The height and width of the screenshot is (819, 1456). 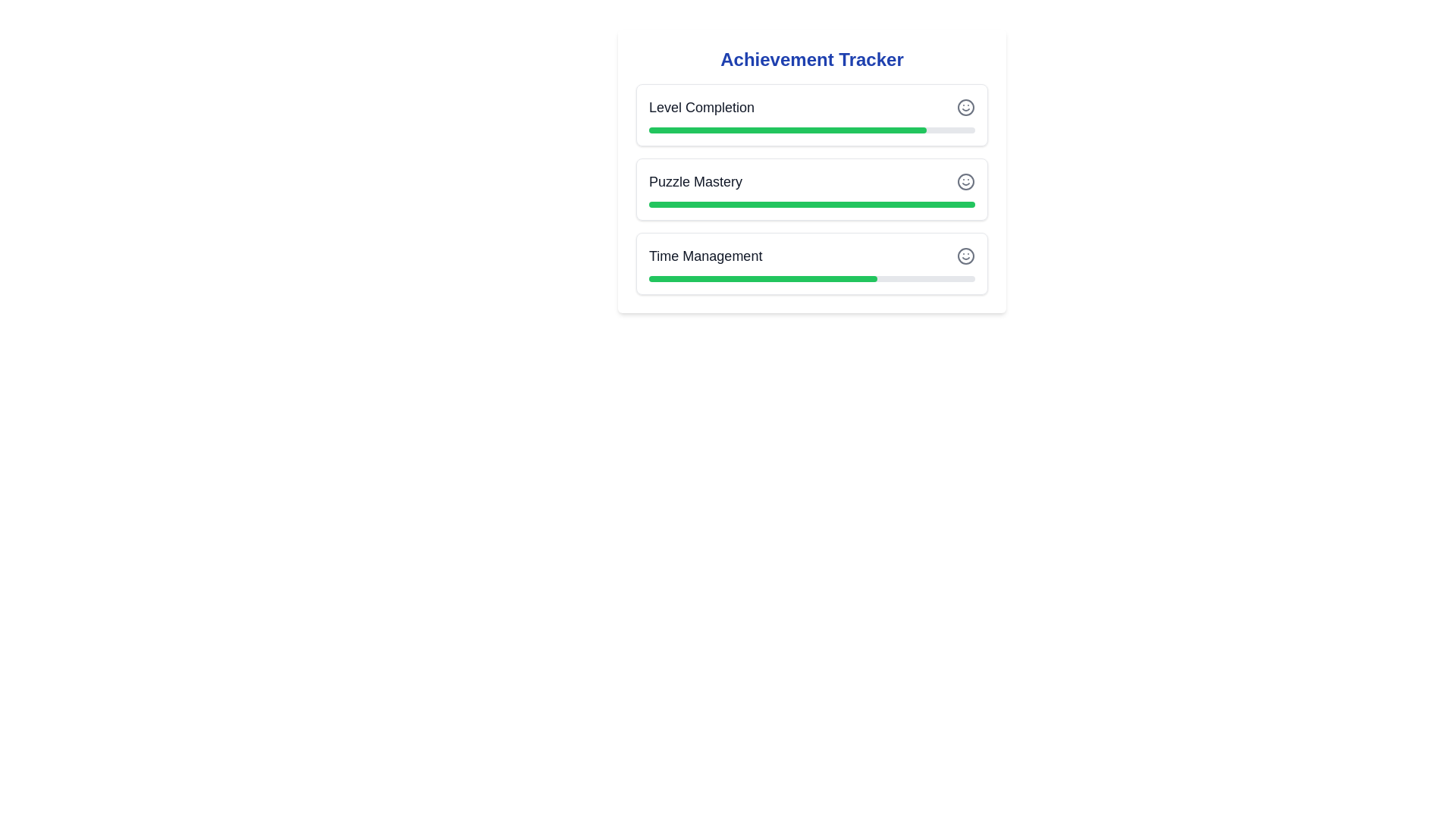 I want to click on the gray-colored smiley face icon located on the far right side of the horizontal bar labeled 'Puzzle Mastery', so click(x=965, y=180).